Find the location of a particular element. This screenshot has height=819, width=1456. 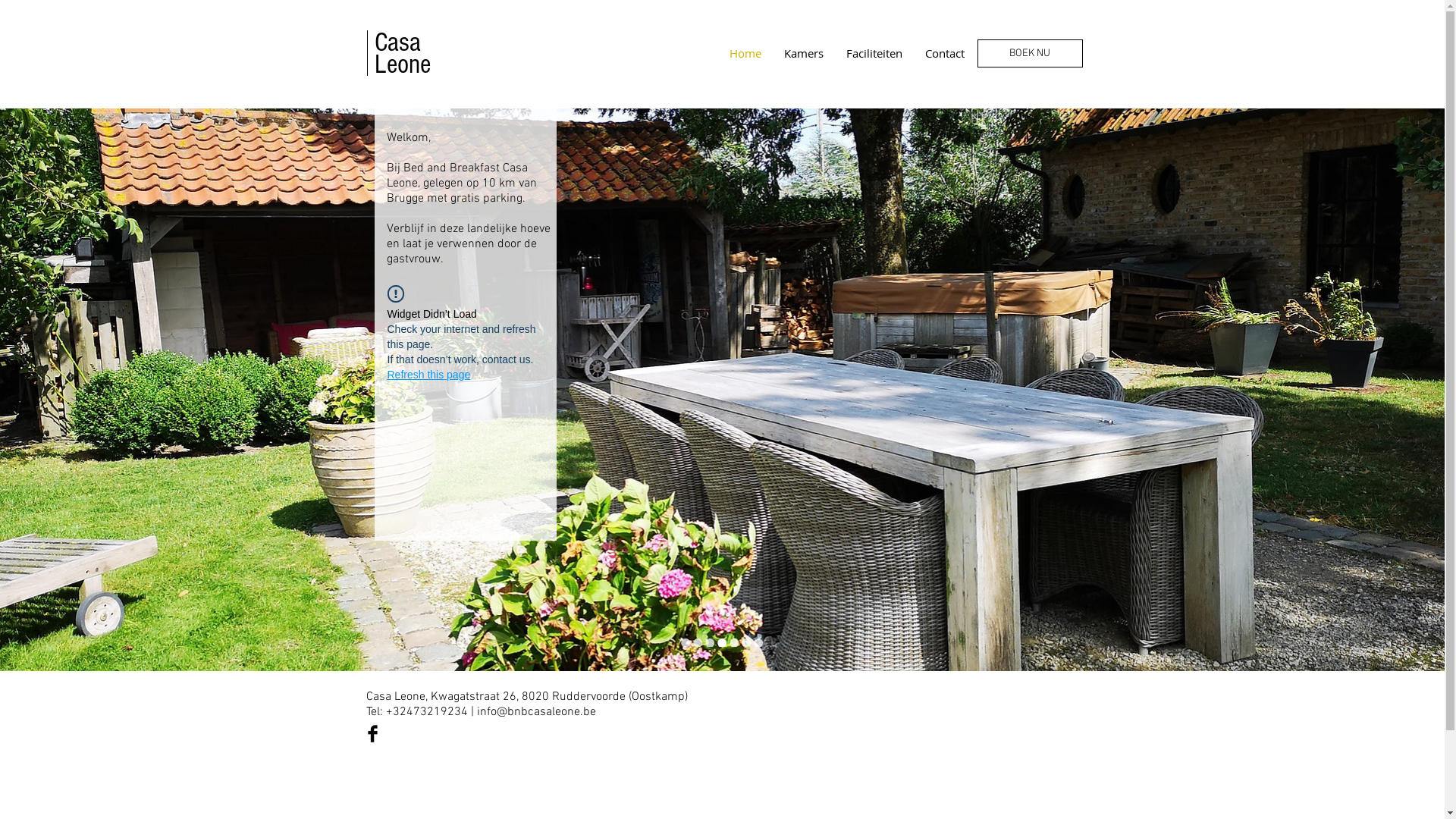

'Contact' is located at coordinates (943, 52).